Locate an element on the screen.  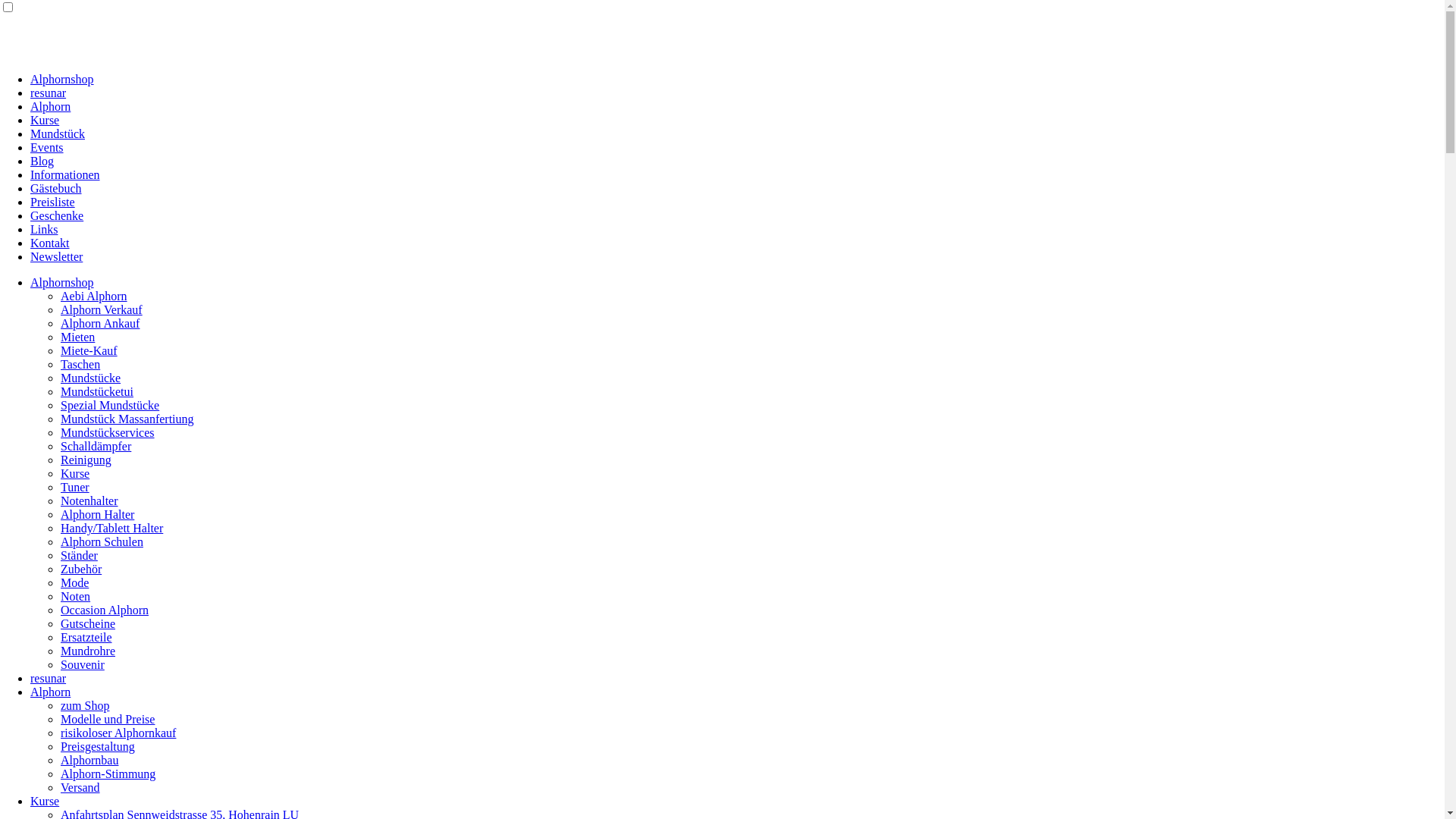
'Newsletter' is located at coordinates (56, 256).